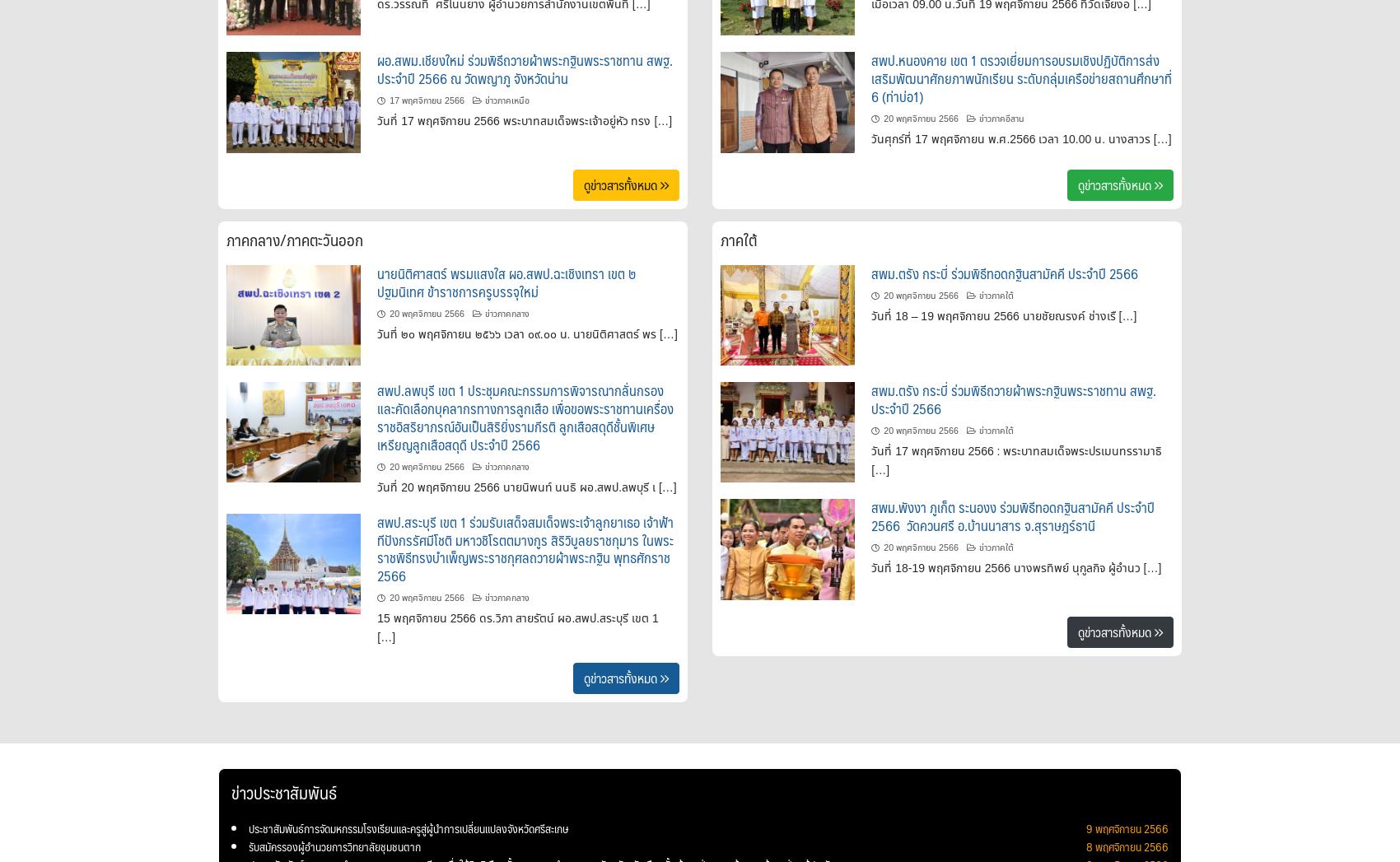 This screenshot has height=862, width=1400. What do you see at coordinates (1020, 77) in the screenshot?
I see `'สพป.หนองคาย เขต 1 ตรวจเยี่ยมการอบรมเชิงปฏิบัติการส่งเสริมพัฒนาศักยภาพนักเรียน ระดับกลุ่มเครือข่ายสถานศึกษาที่ 6 (ท่าบ่อ1)'` at bounding box center [1020, 77].